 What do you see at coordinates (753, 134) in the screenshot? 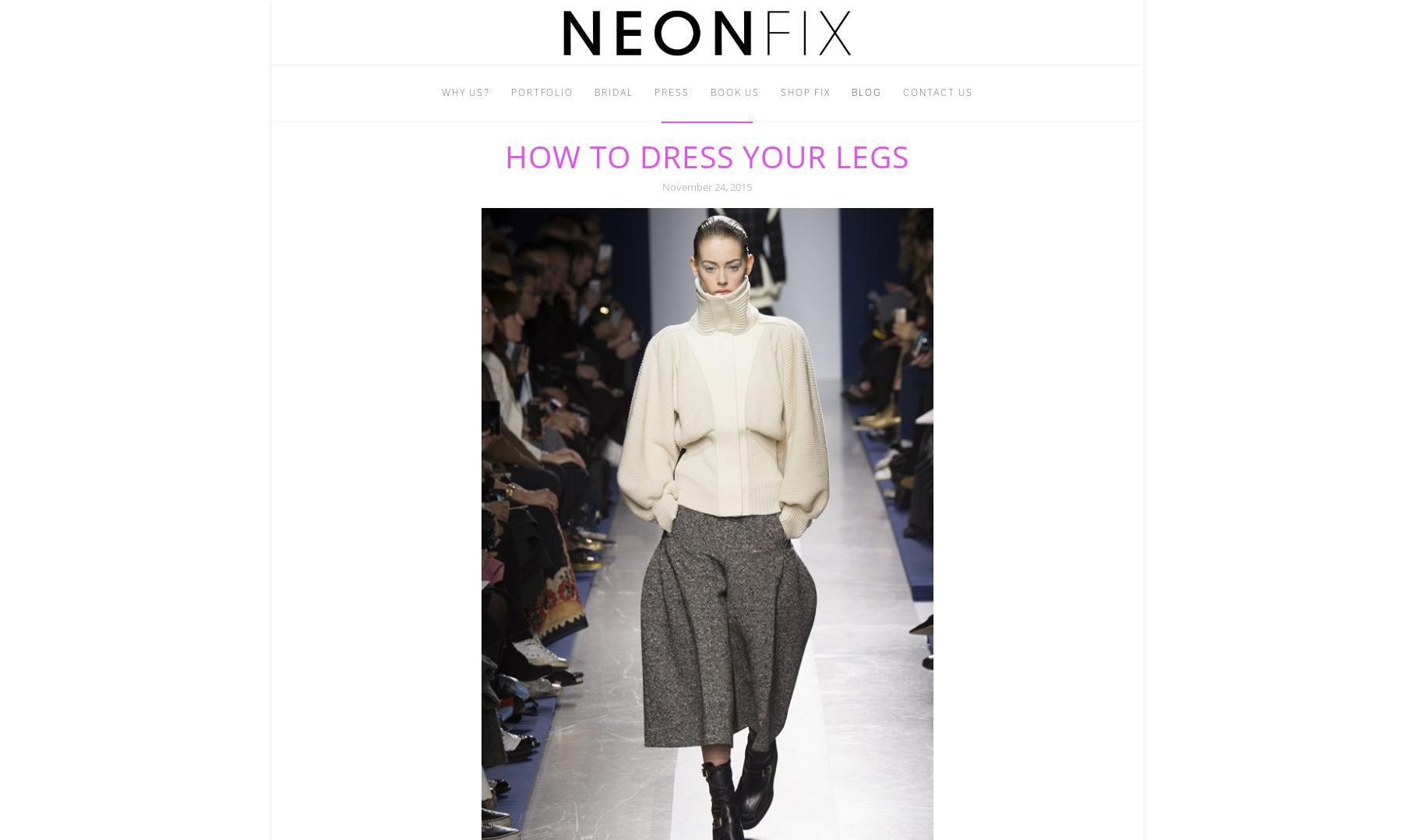
I see `'646-450-5844'` at bounding box center [753, 134].